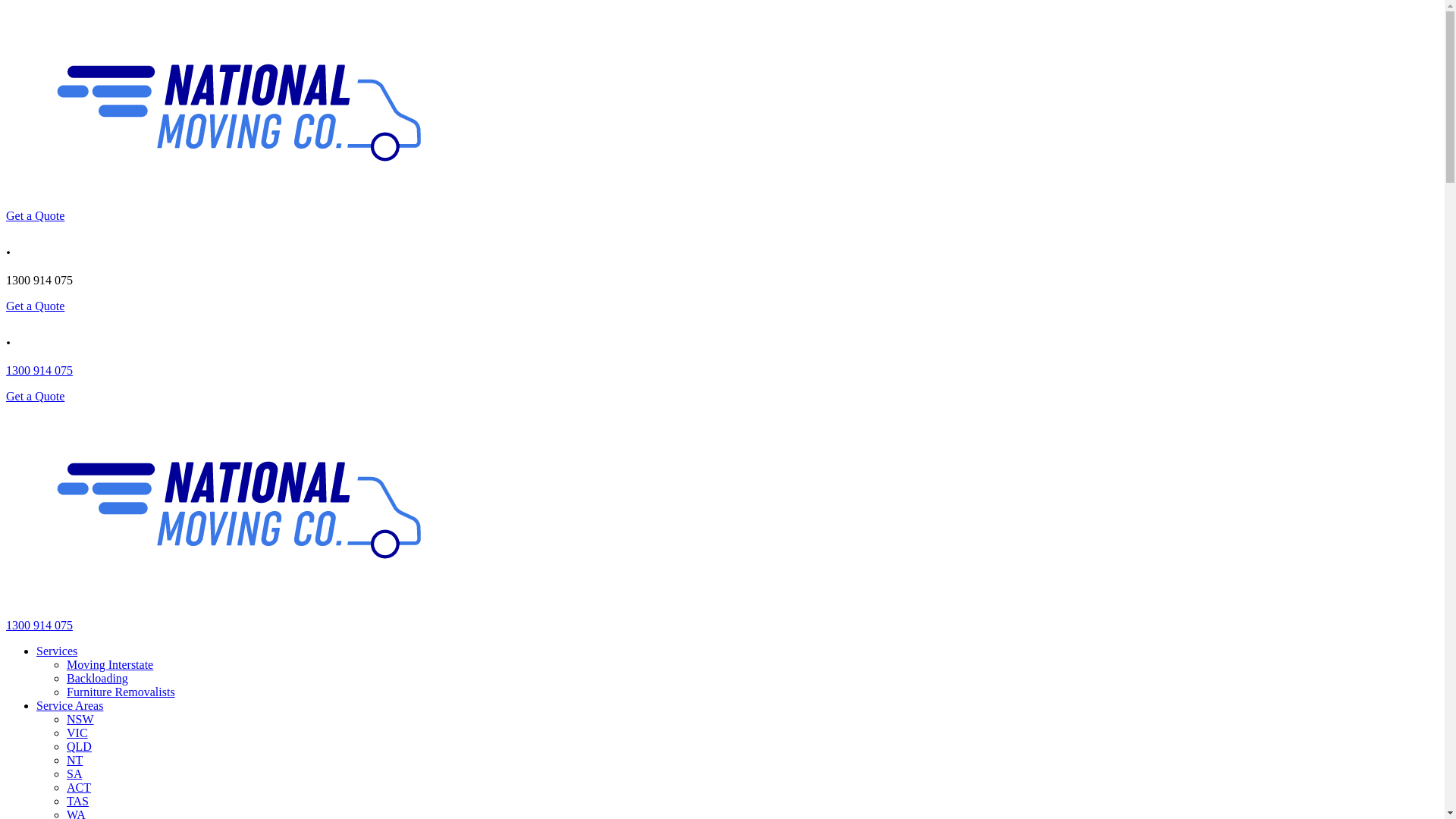 This screenshot has width=1456, height=819. What do you see at coordinates (35, 395) in the screenshot?
I see `'Get a Quote'` at bounding box center [35, 395].